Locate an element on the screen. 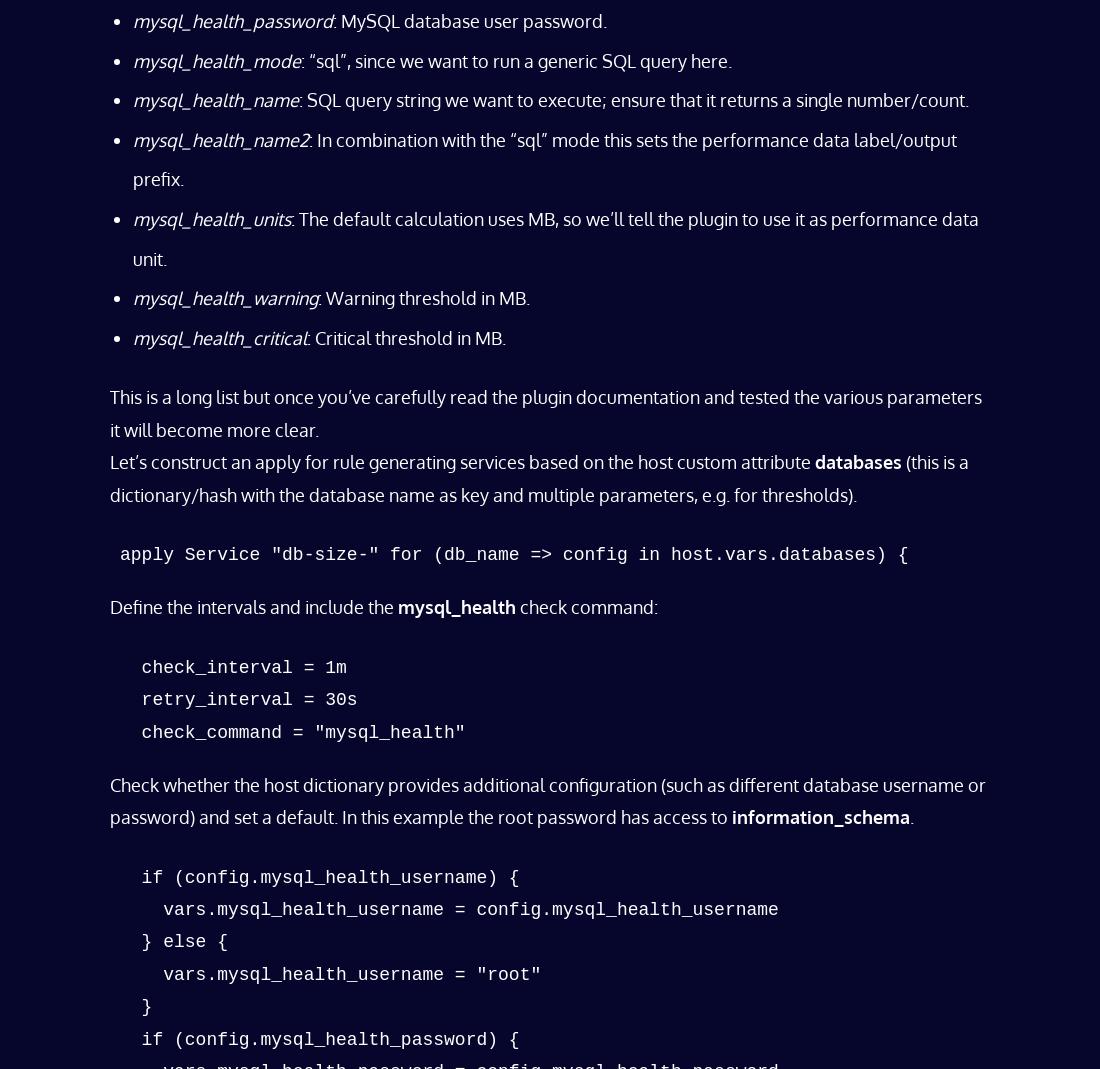 The height and width of the screenshot is (1069, 1100). ': SQL query string we want to execute; ensure that it returns a single number/count.' is located at coordinates (634, 98).